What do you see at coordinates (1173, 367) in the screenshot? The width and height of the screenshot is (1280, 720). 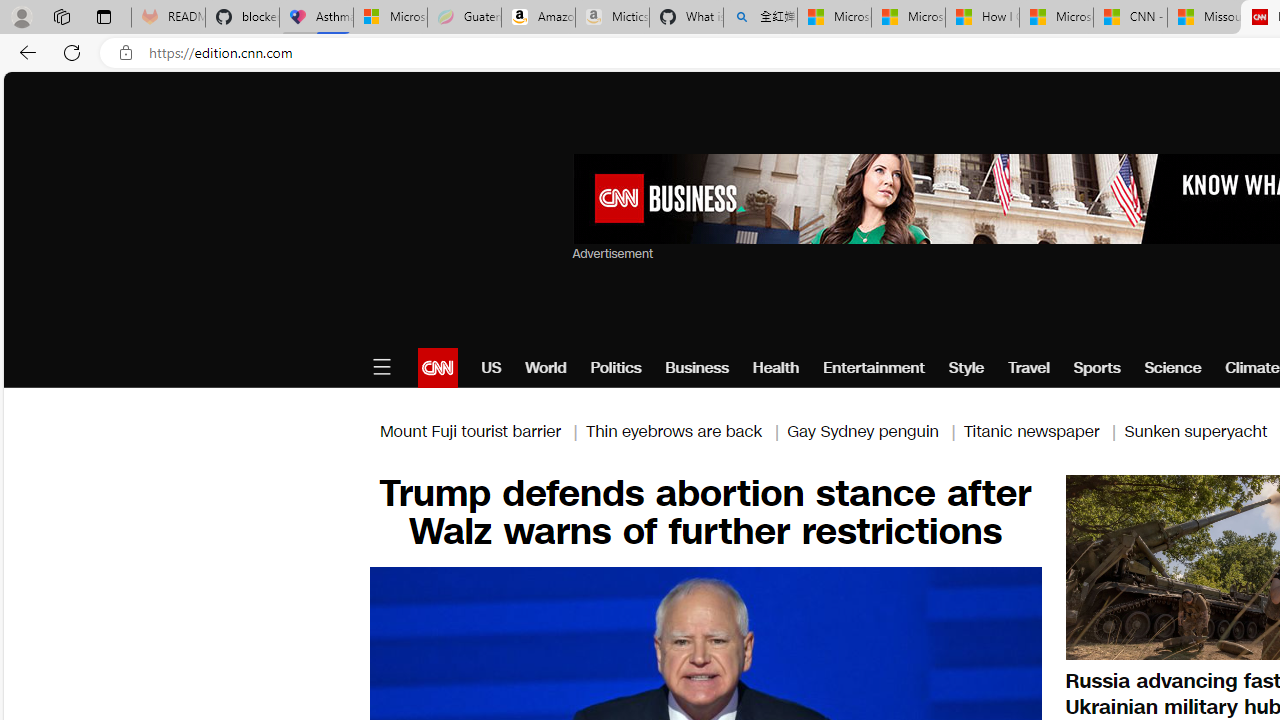 I see `'Science'` at bounding box center [1173, 367].